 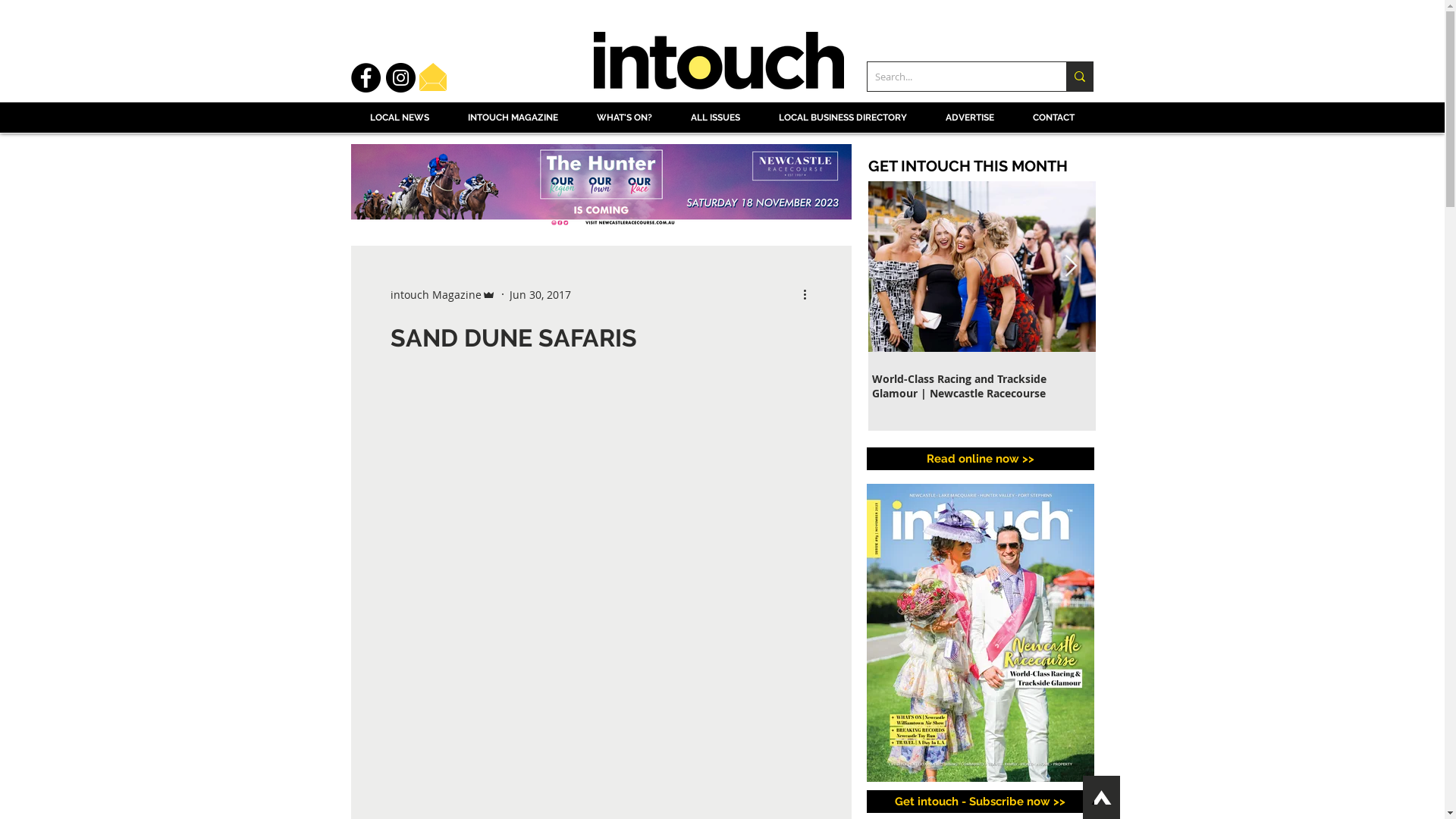 What do you see at coordinates (757, 466) in the screenshot?
I see `'Local Community Page'` at bounding box center [757, 466].